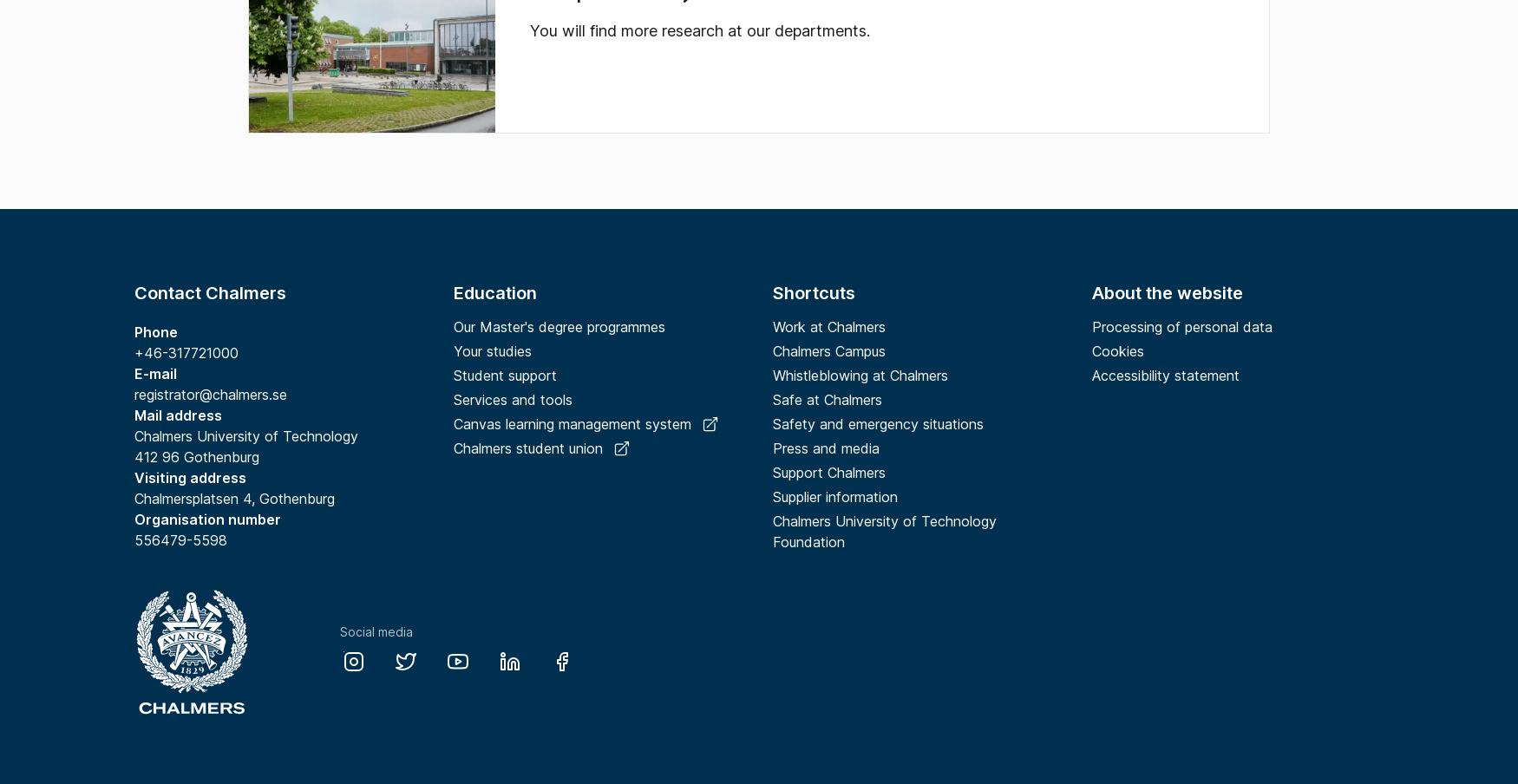  Describe the element at coordinates (210, 293) in the screenshot. I see `'Contact Chalmers'` at that location.